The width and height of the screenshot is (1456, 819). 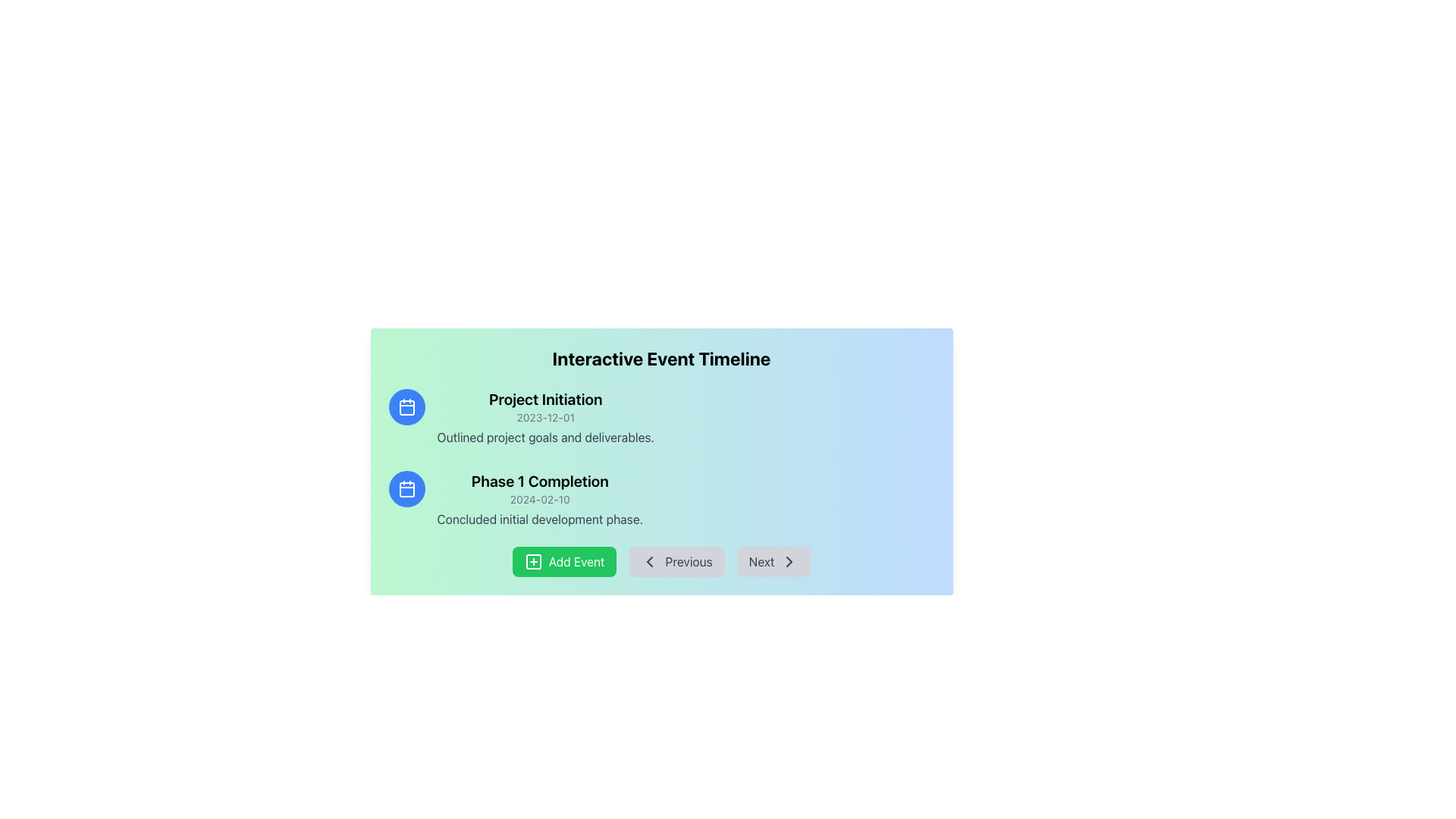 What do you see at coordinates (676, 561) in the screenshot?
I see `the 'Previous' button located between the 'Add Event' and 'Next' buttons` at bounding box center [676, 561].